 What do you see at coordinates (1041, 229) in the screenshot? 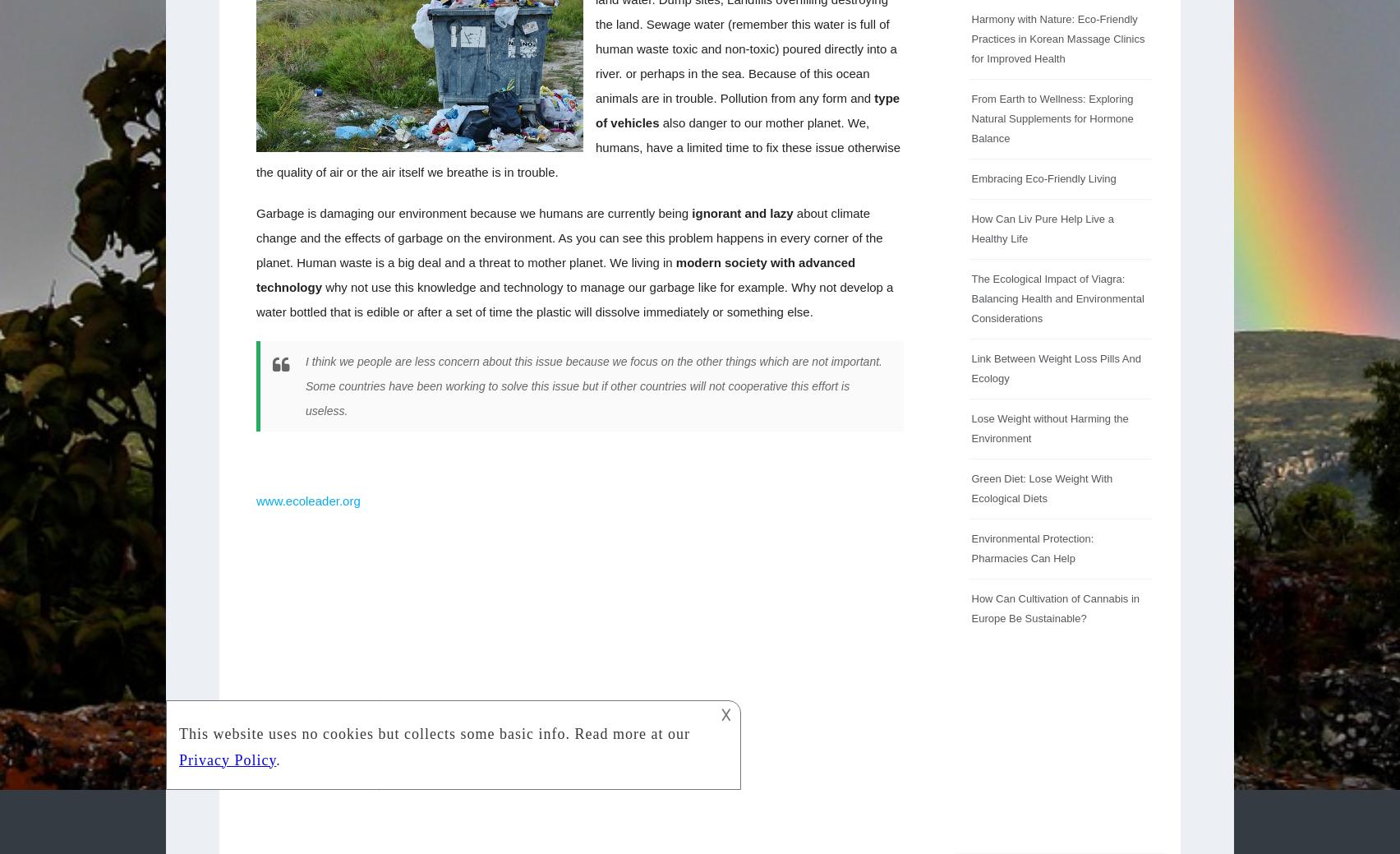
I see `'How Can Liv Pure Help Live a Healthy Life'` at bounding box center [1041, 229].